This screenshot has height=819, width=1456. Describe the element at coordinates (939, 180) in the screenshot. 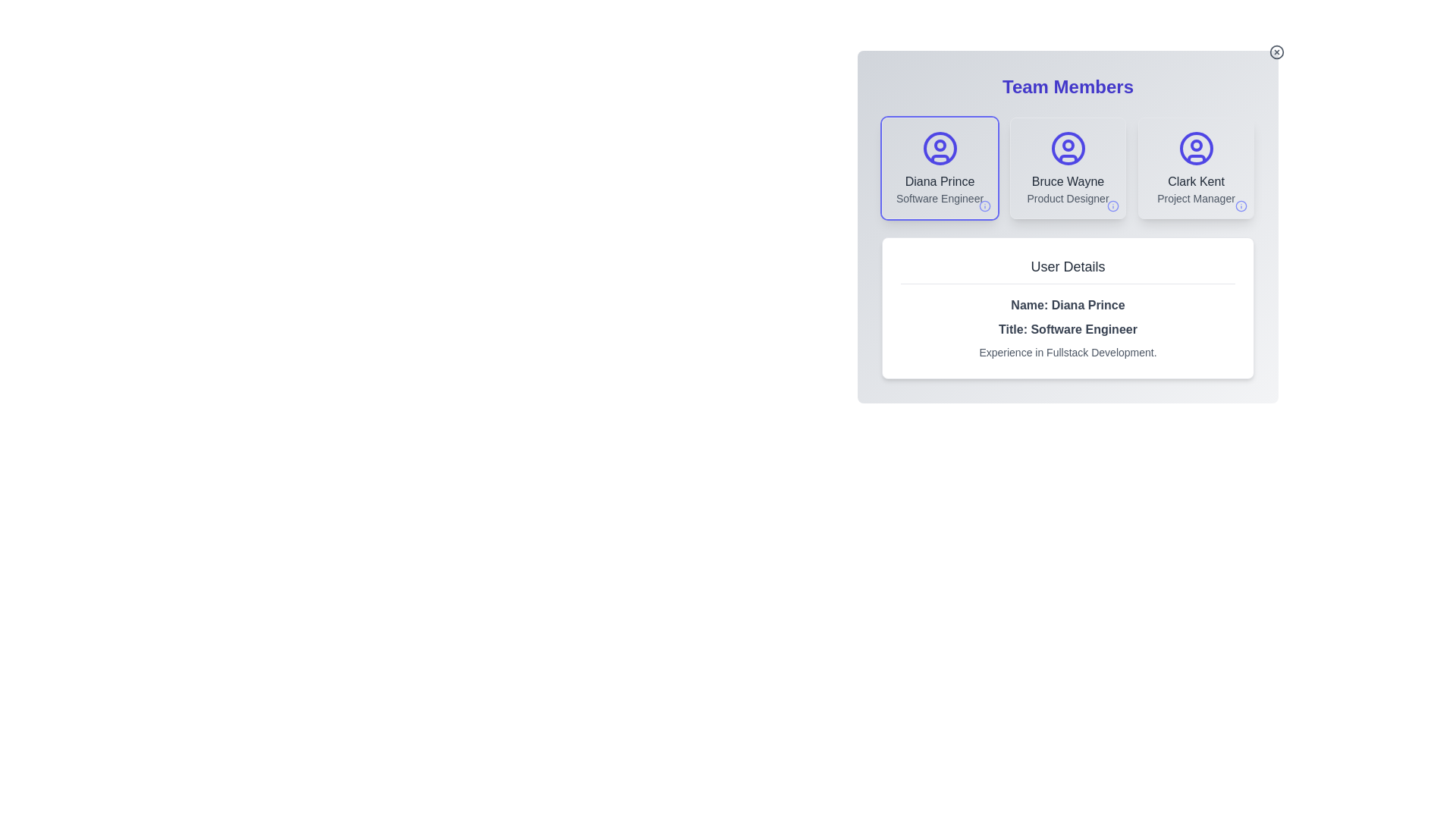

I see `the Text Label displaying 'Diana Prince' which is bold and located in the top-left card of the 'Team Members' section` at that location.